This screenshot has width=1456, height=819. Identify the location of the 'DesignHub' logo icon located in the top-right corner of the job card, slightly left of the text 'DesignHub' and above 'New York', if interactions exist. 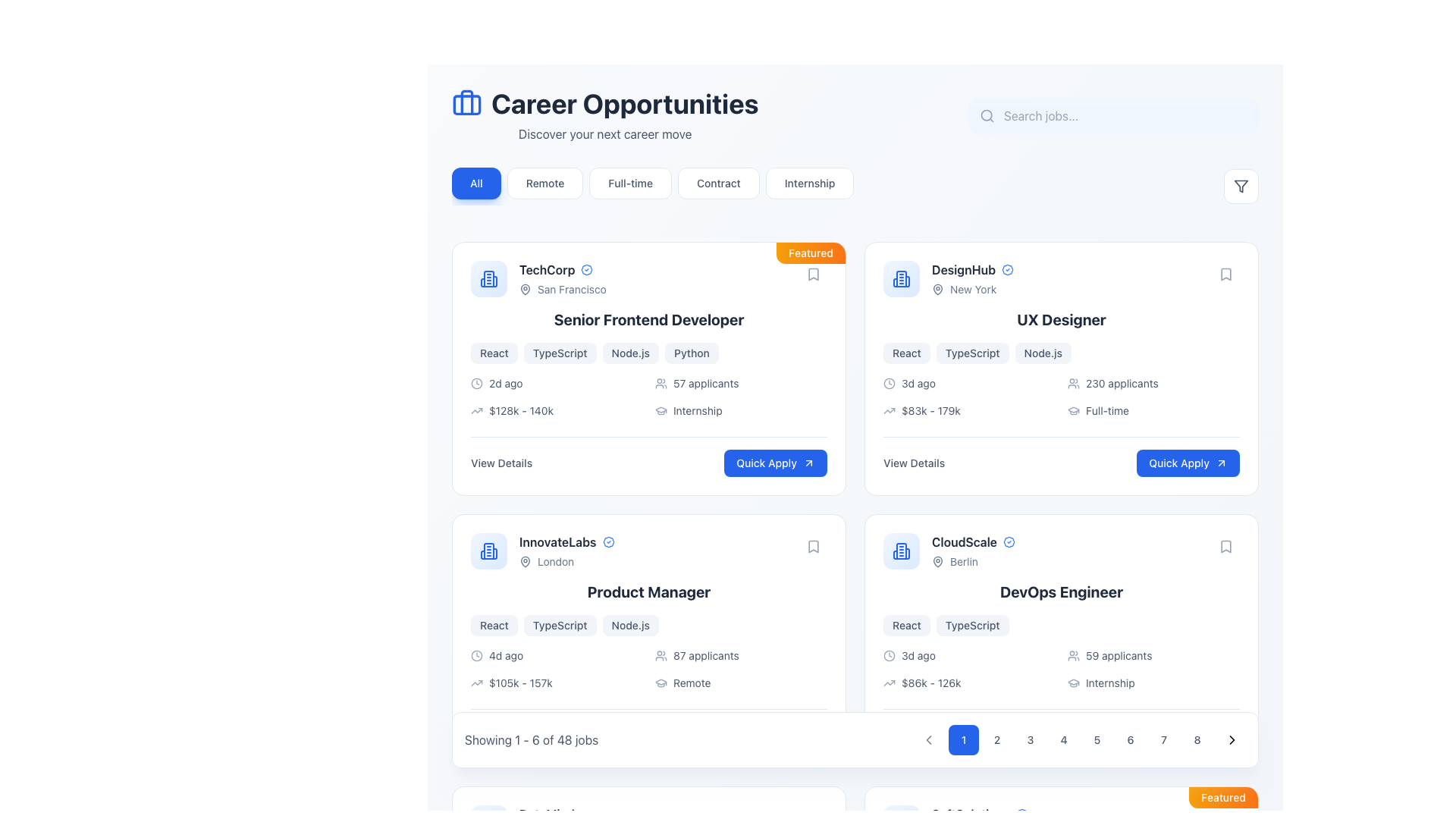
(902, 278).